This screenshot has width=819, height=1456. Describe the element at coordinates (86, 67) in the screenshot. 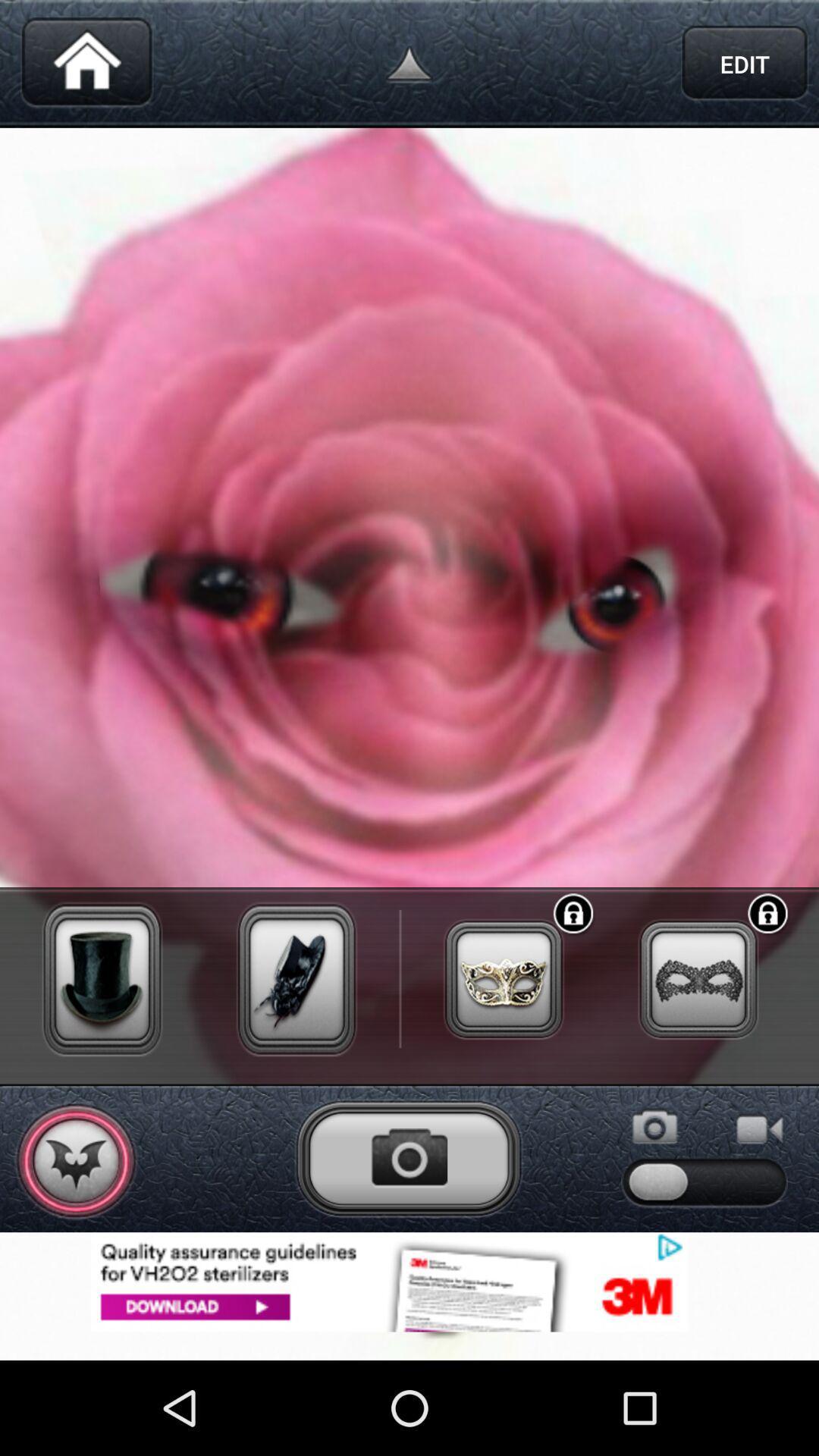

I see `the home icon` at that location.